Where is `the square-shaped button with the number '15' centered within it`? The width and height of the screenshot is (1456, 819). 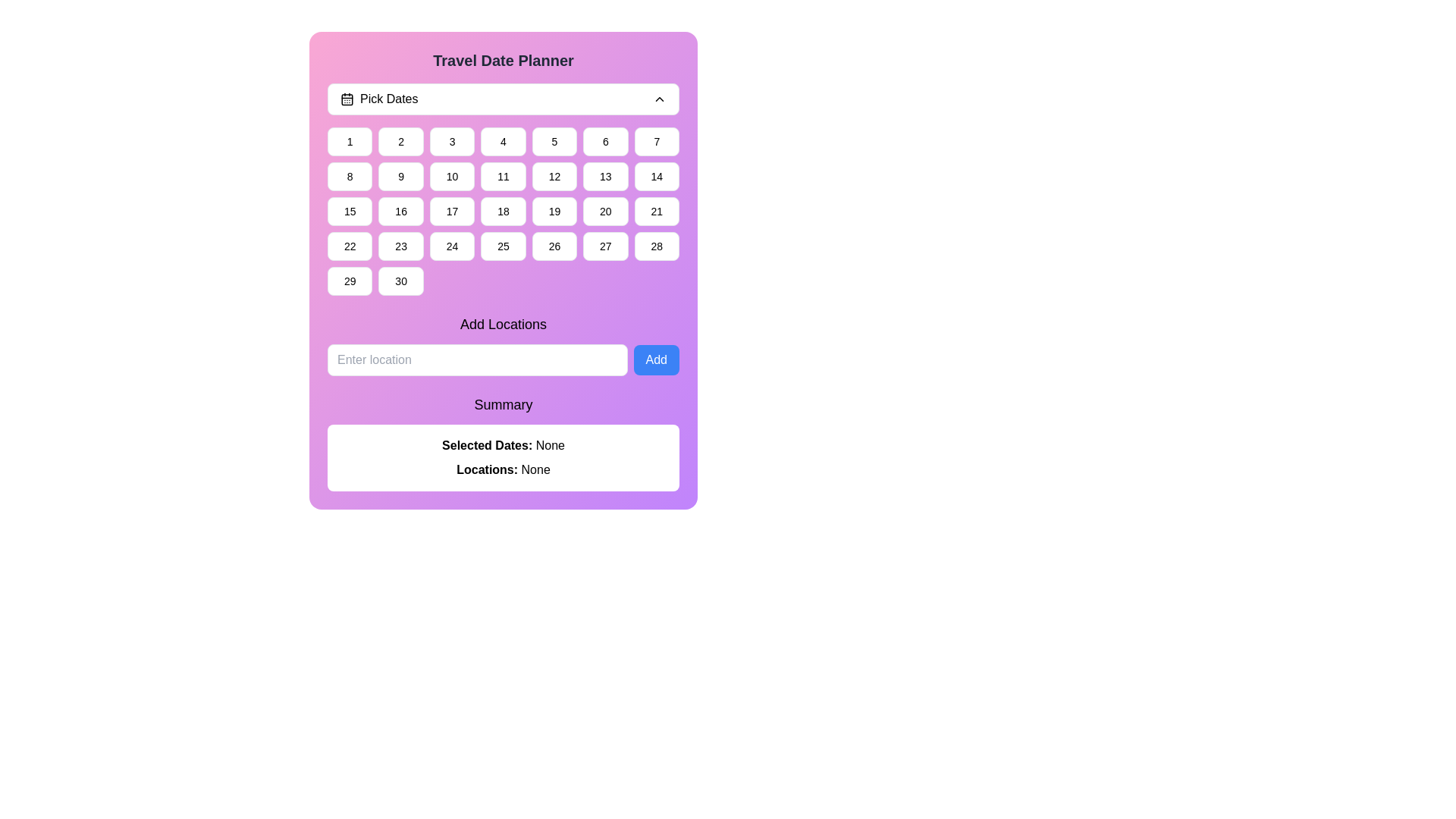 the square-shaped button with the number '15' centered within it is located at coordinates (349, 211).